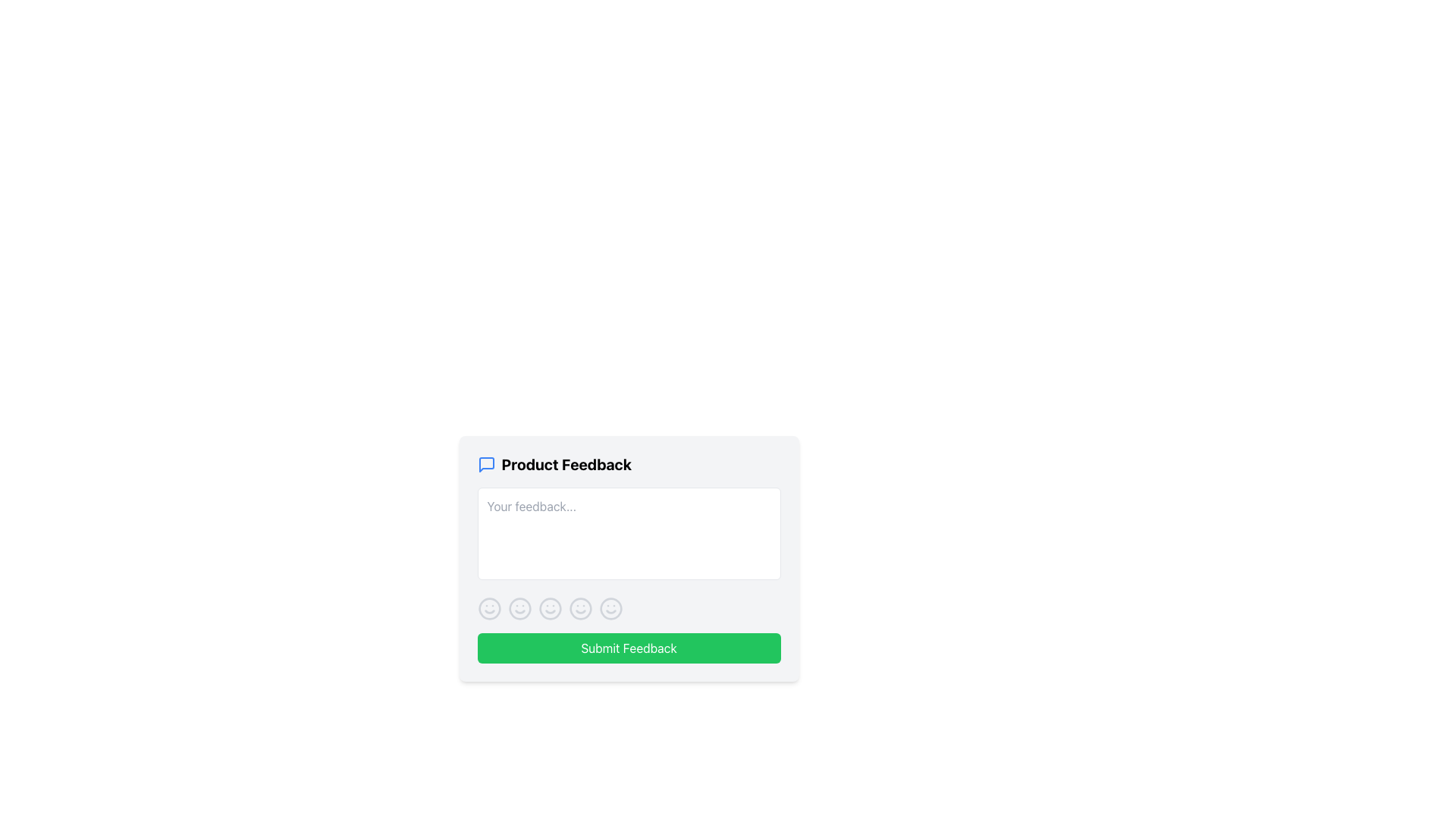  I want to click on the smiling face icon, which is the leftmost among a row of five mood/feedback selection icons, so click(489, 607).